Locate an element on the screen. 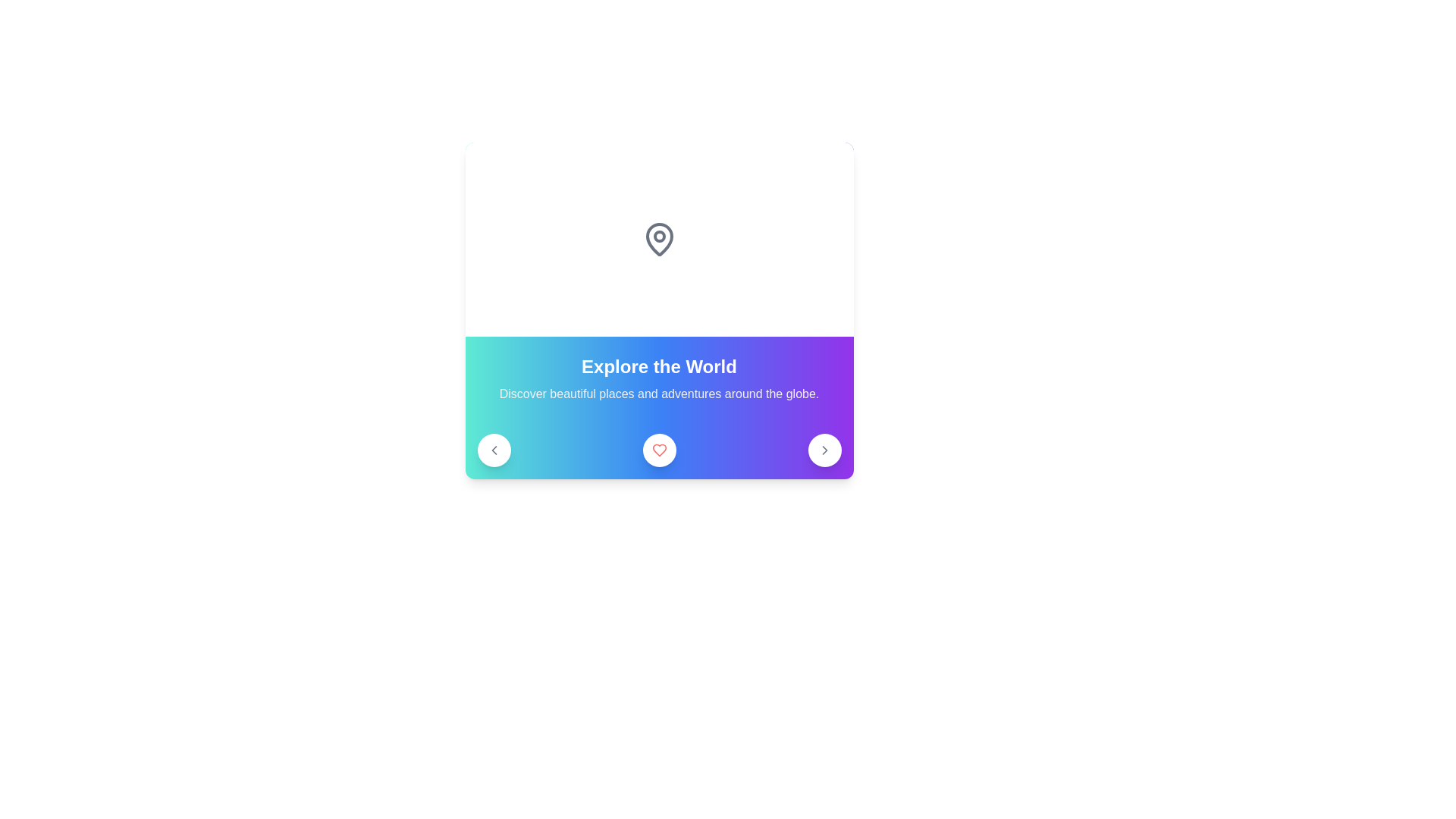 Image resolution: width=1456 pixels, height=819 pixels. the gray pin icon that resembles a location pin, which is centrally located above the text 'Explore the World' is located at coordinates (659, 239).